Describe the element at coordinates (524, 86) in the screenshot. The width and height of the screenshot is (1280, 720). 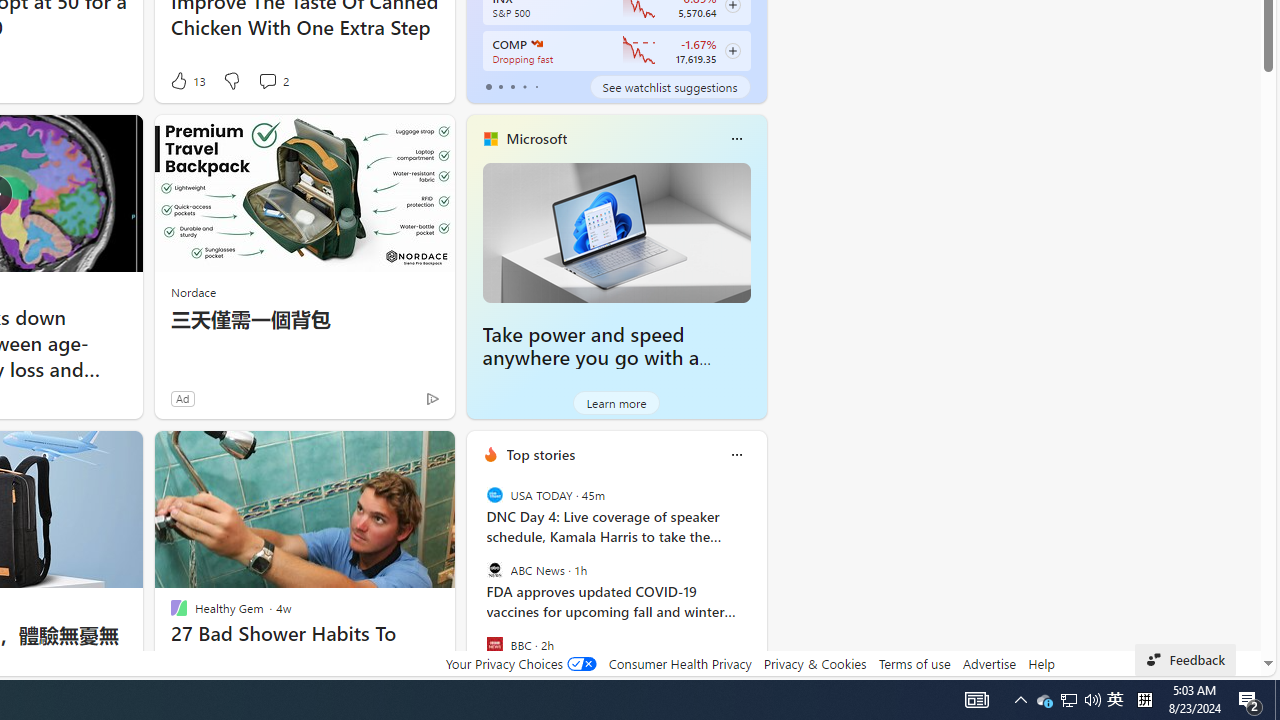
I see `'tab-3'` at that location.